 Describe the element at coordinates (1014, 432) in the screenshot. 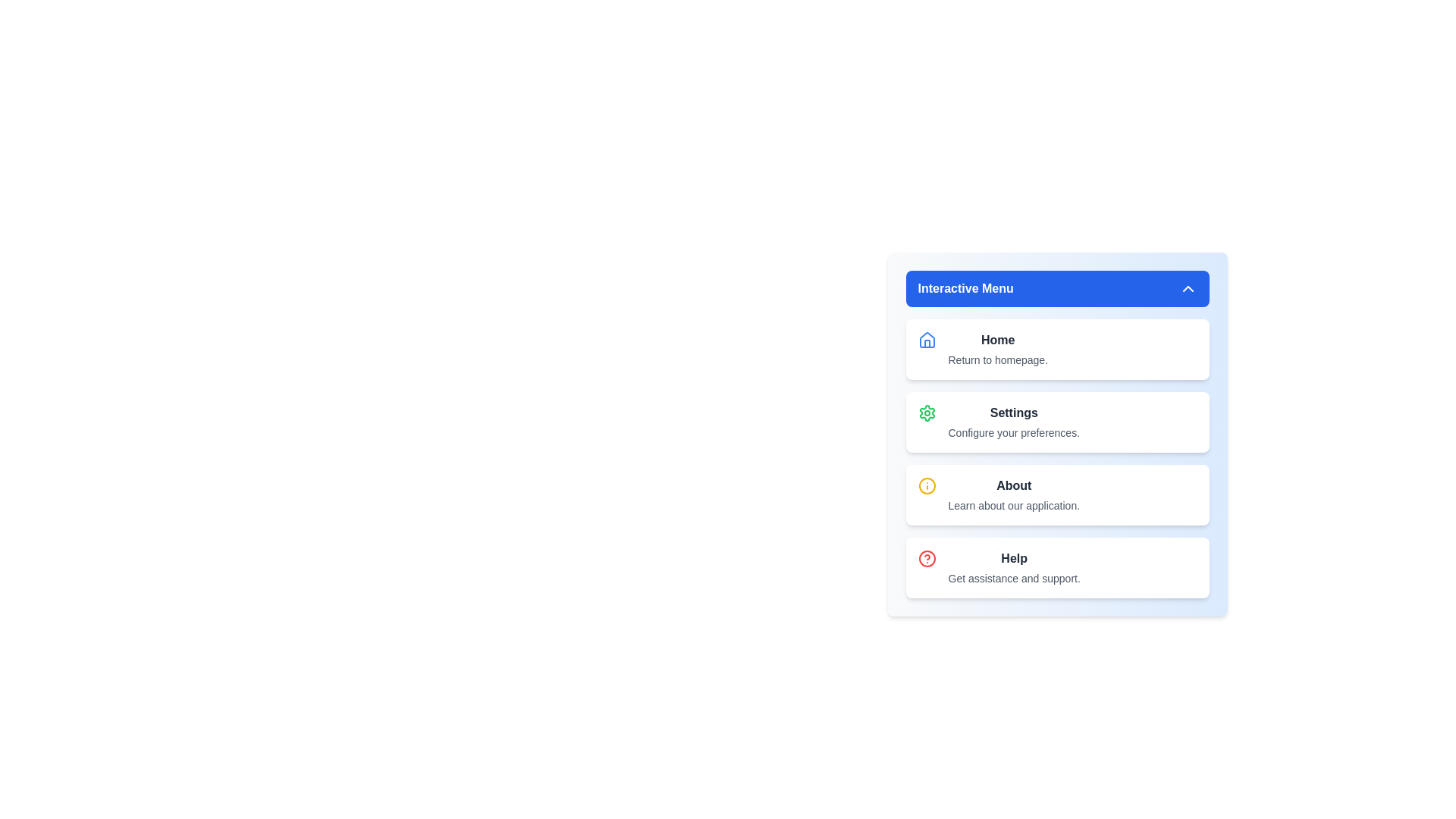

I see `the static text label displaying 'Configure your preferences.' located beneath the 'Settings' title in the settings section` at that location.